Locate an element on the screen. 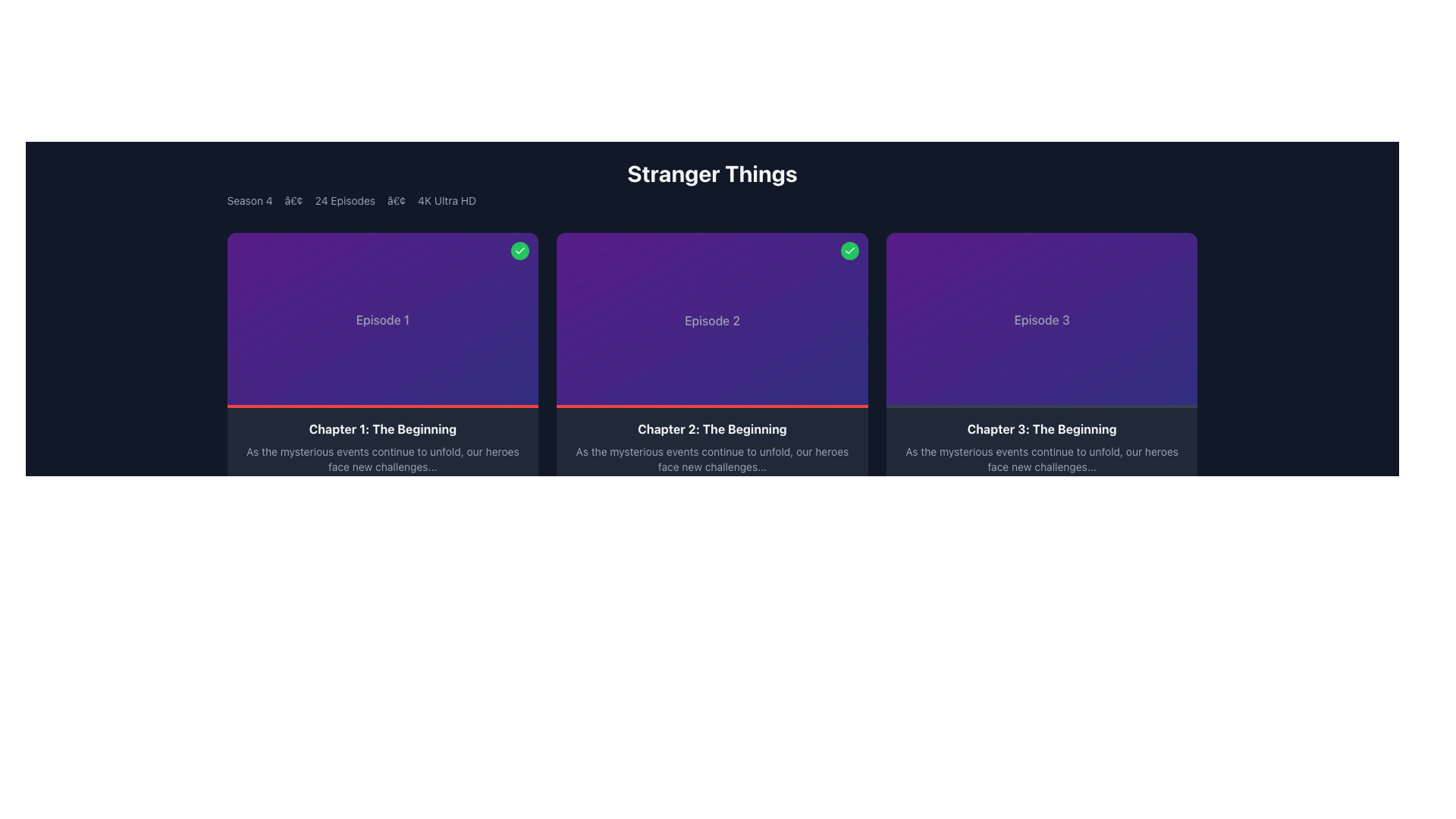 Image resolution: width=1456 pixels, height=819 pixels. displayed text from the header or title element indicating the name of the current media content, positioned above the metadata text is located at coordinates (711, 172).